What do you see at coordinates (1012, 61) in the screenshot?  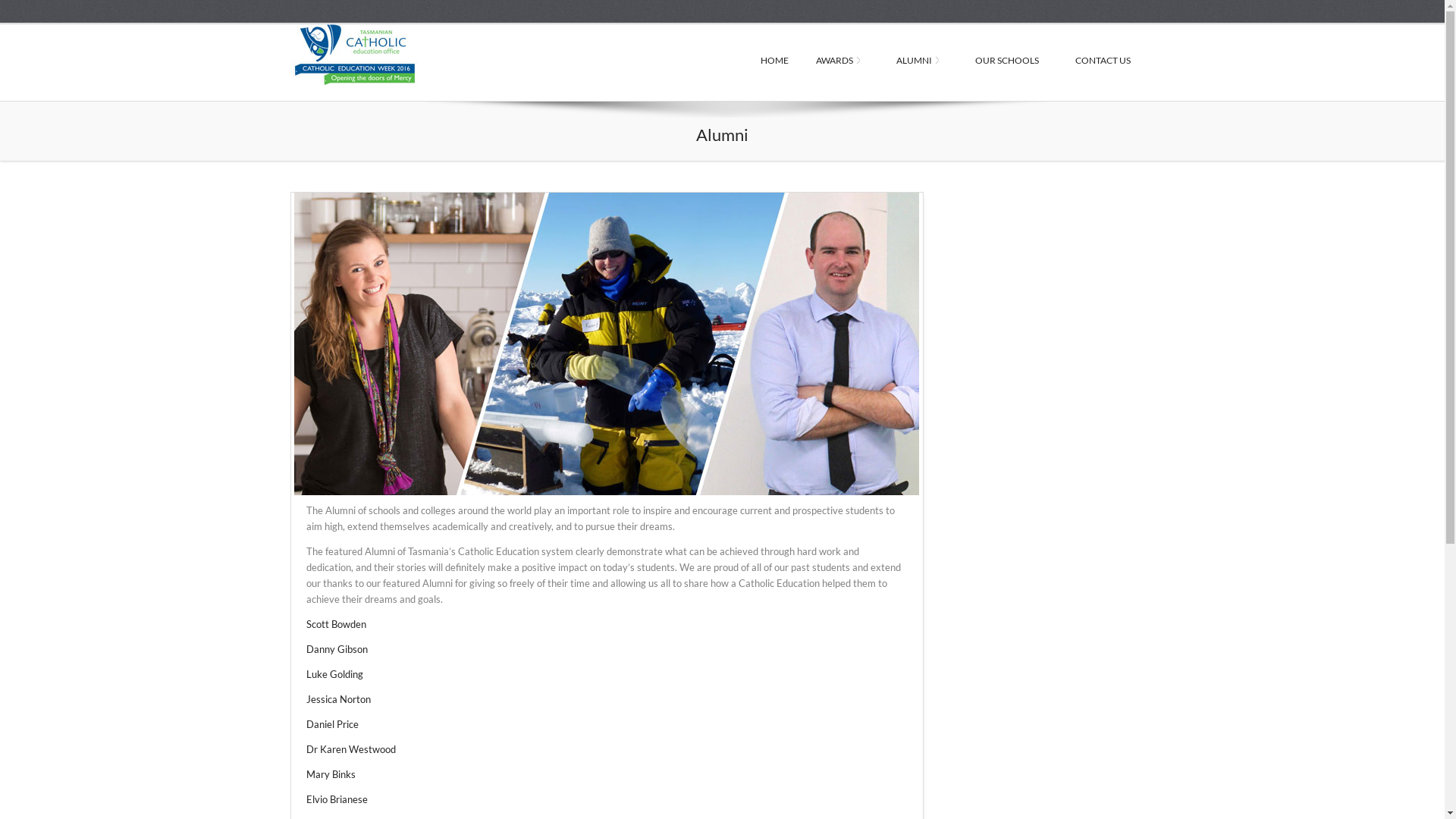 I see `'OUR SCHOOLS'` at bounding box center [1012, 61].